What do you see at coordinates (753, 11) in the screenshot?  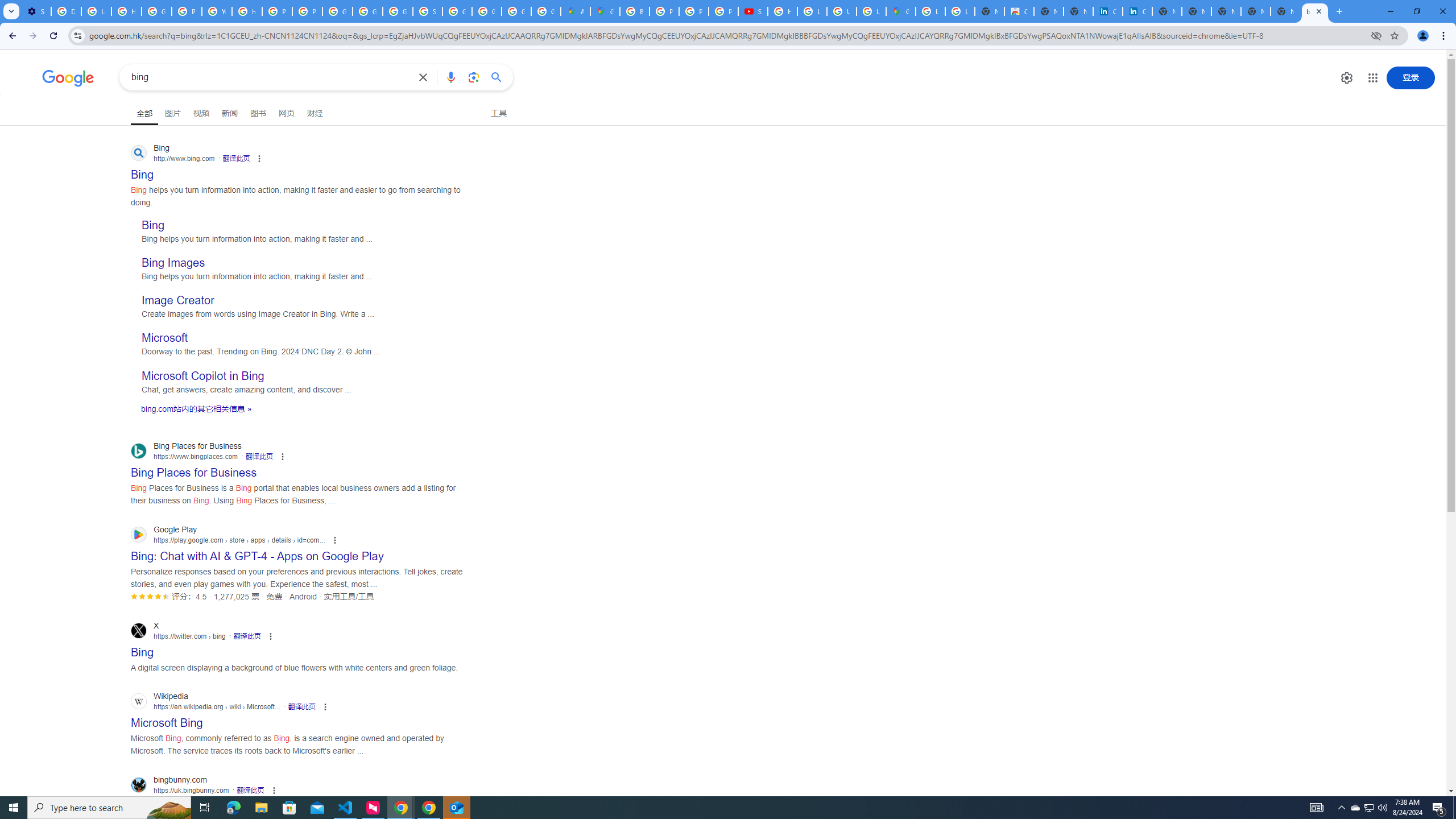 I see `'Subscriptions - YouTube'` at bounding box center [753, 11].